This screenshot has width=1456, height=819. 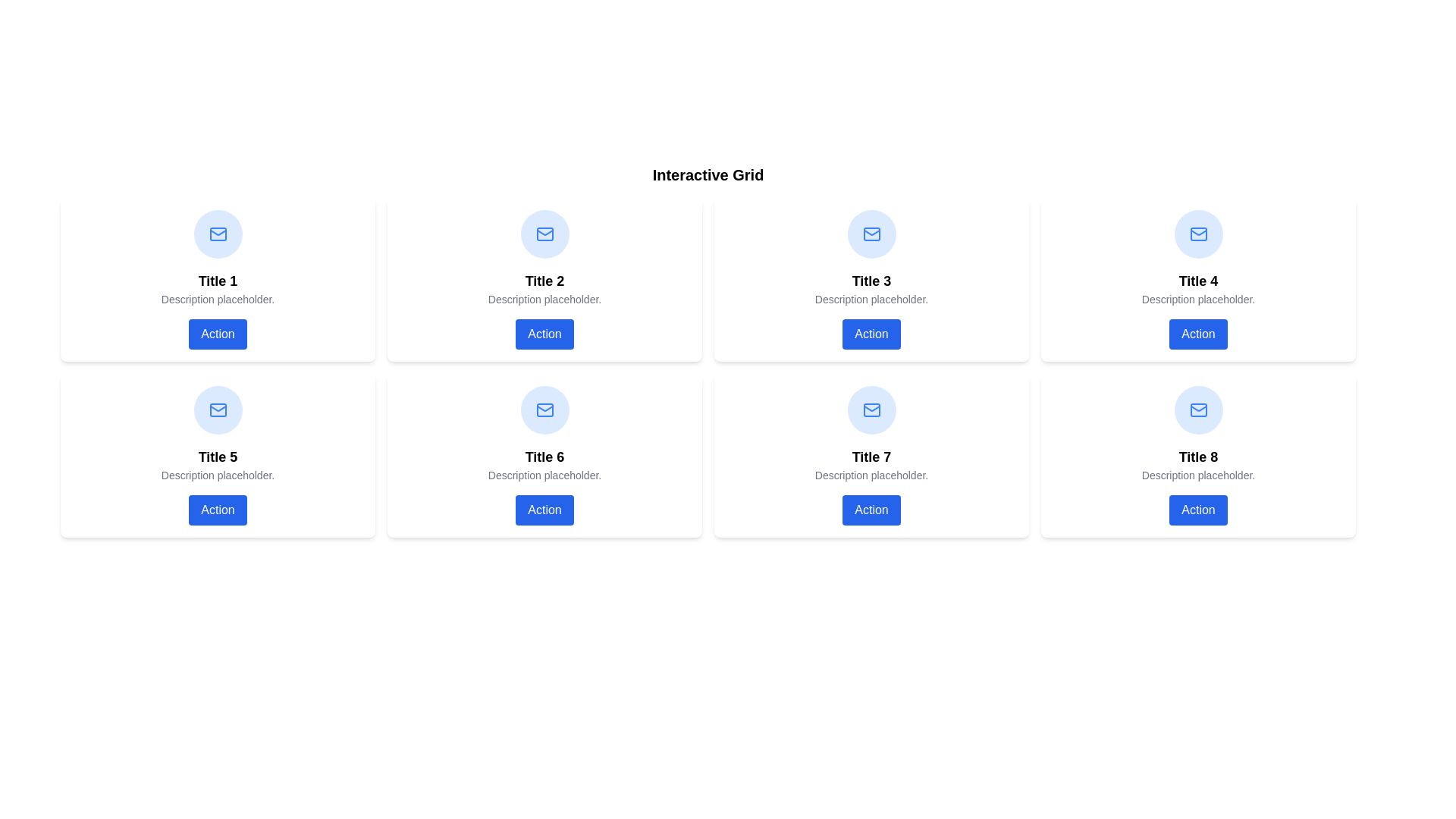 I want to click on the blue envelope icon which is located at the top area of the card titled 'Title 6' in the second row of the grid, so click(x=544, y=409).